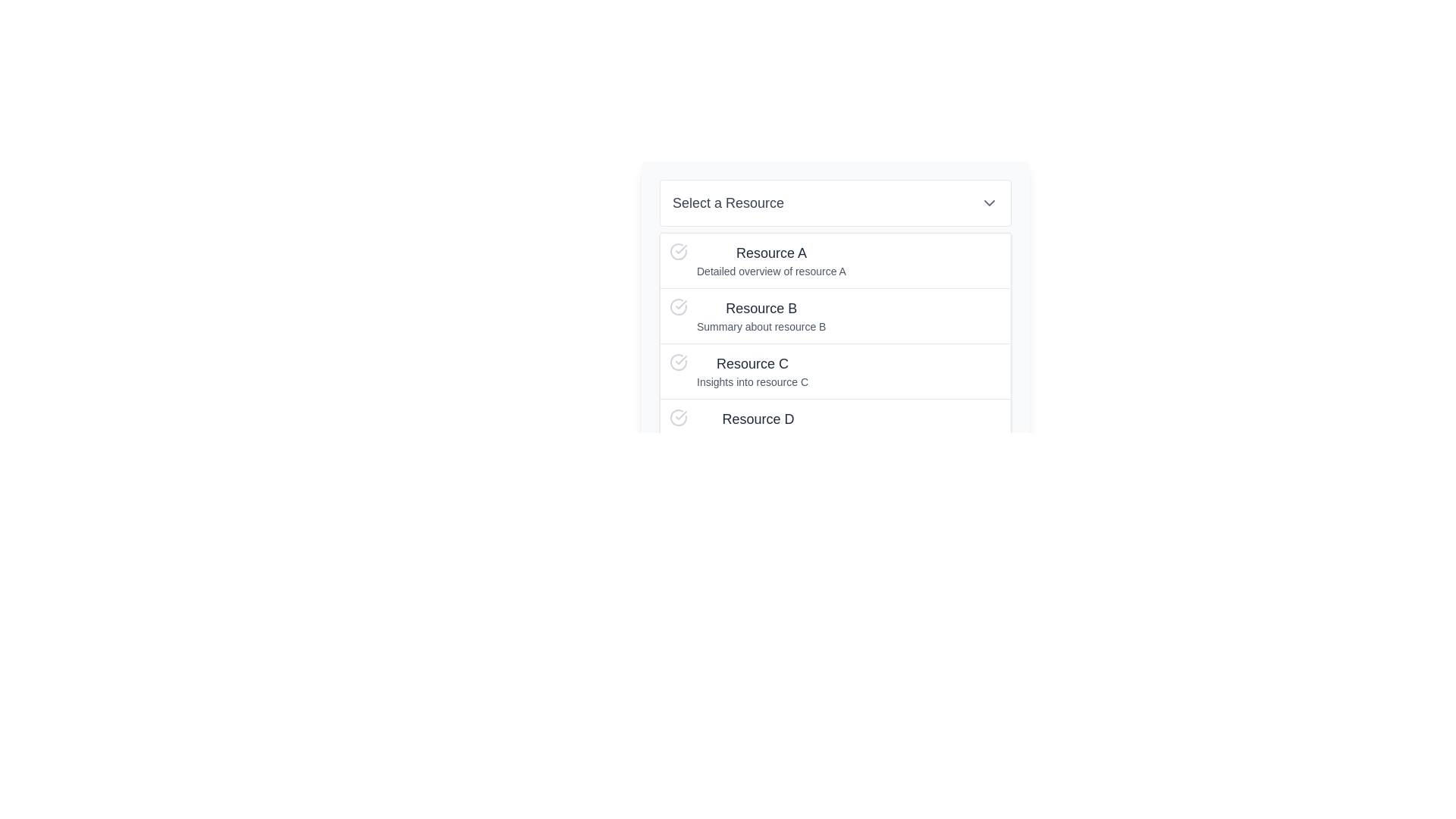 This screenshot has width=1456, height=819. I want to click on the content of the Text Label positioned below 'Resource B' in the 'Select a Resource' dropdown box, so click(761, 326).